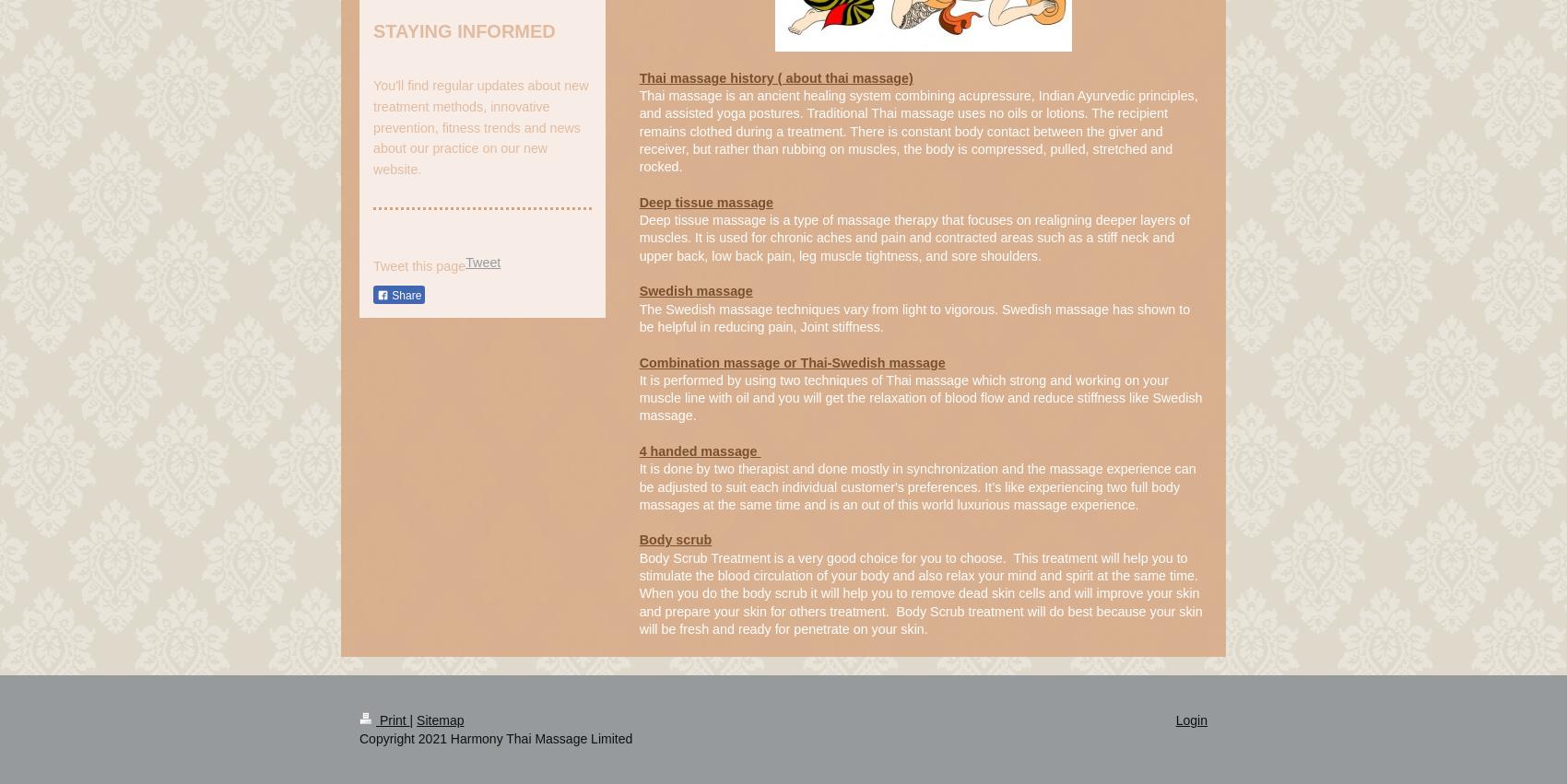 This screenshot has width=1567, height=784. I want to click on 'The Swedish massage techniques vary from light to vigorous. Swedish massage has shown to be helpful in reducing pain, Joint stiffness.', so click(638, 316).